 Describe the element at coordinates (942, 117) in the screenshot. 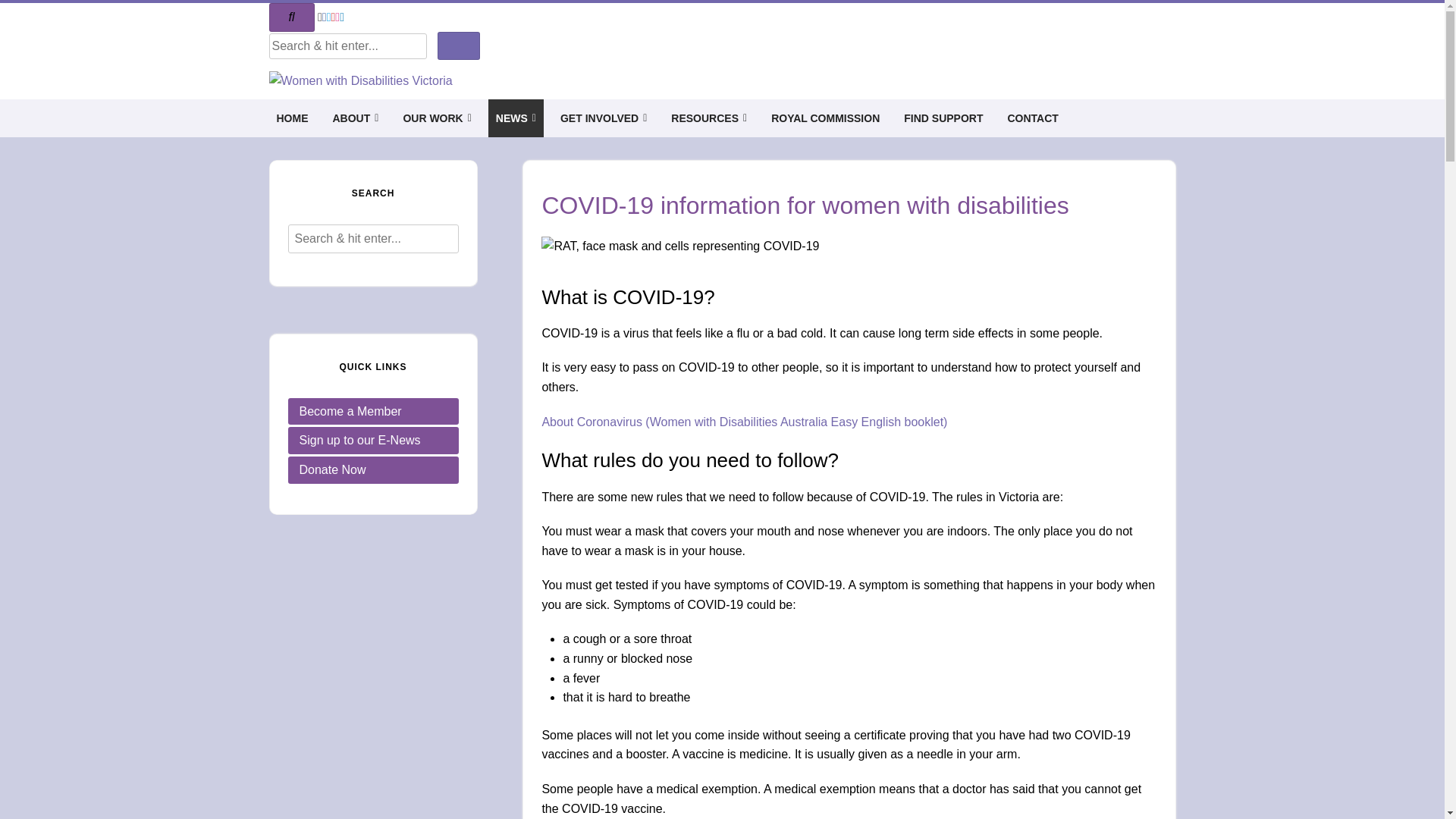

I see `'FIND SUPPORT'` at that location.